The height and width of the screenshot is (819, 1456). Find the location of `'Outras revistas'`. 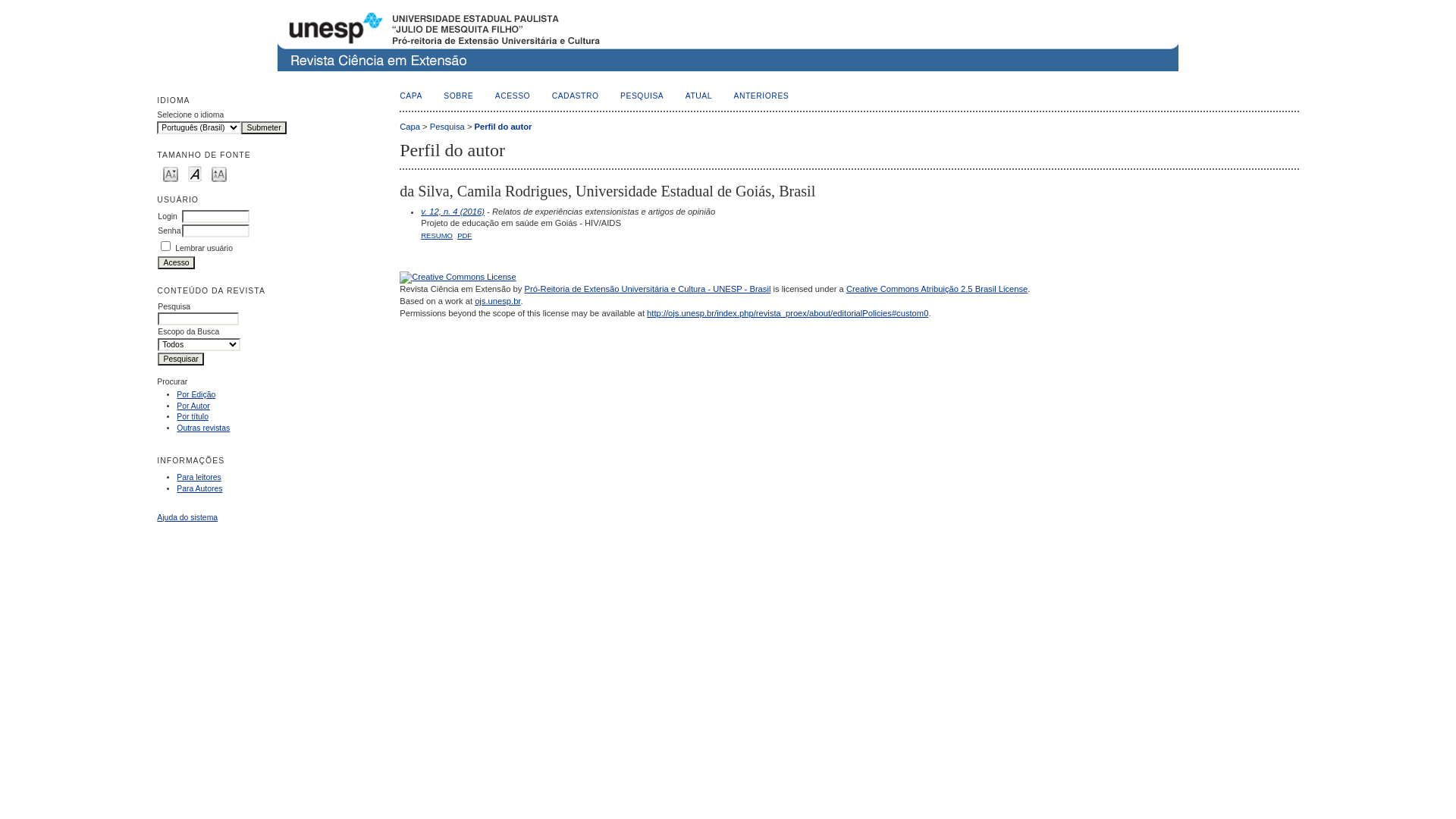

'Outras revistas' is located at coordinates (202, 428).